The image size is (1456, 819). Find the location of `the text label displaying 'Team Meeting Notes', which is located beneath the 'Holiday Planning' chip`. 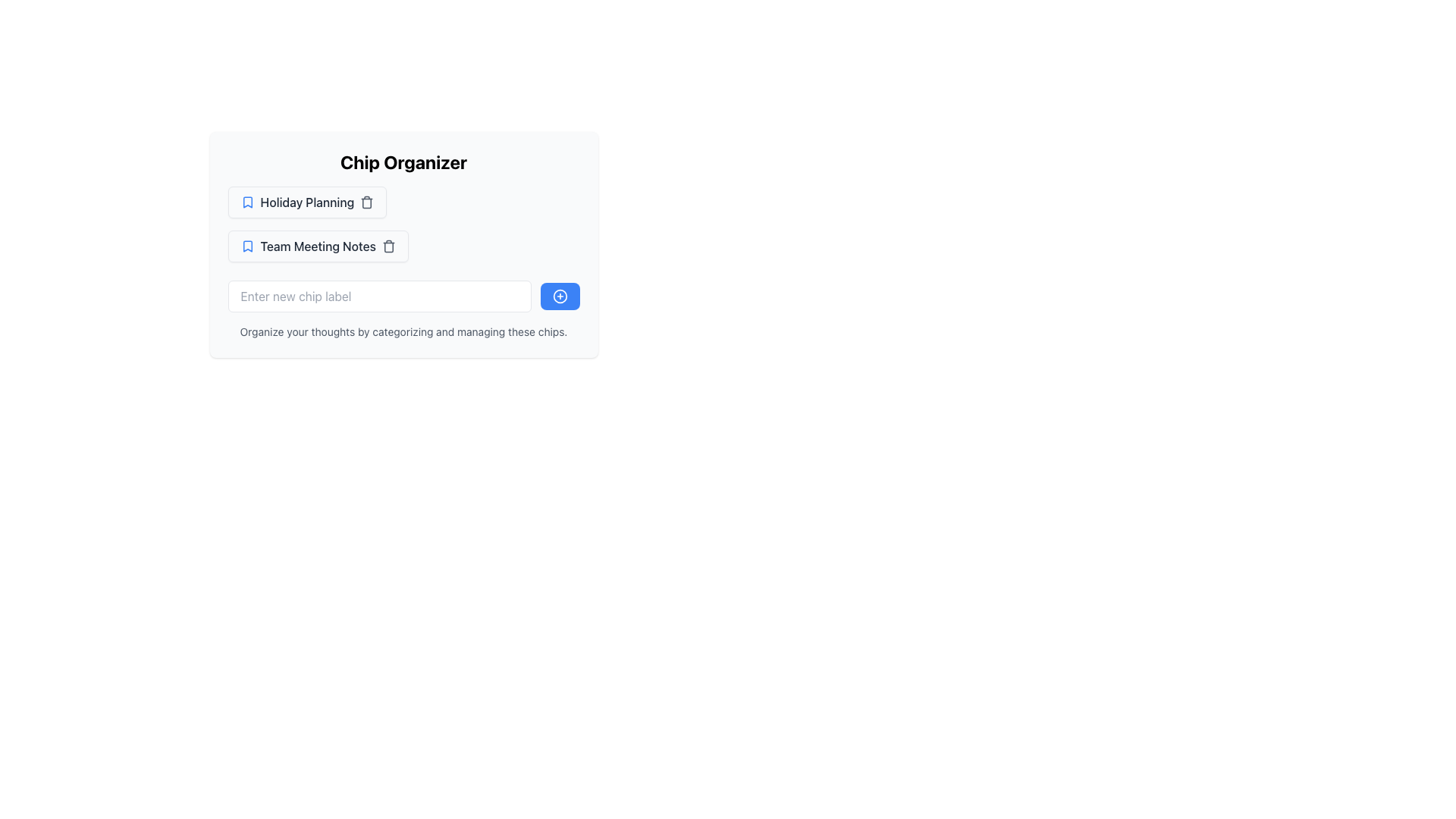

the text label displaying 'Team Meeting Notes', which is located beneath the 'Holiday Planning' chip is located at coordinates (317, 245).